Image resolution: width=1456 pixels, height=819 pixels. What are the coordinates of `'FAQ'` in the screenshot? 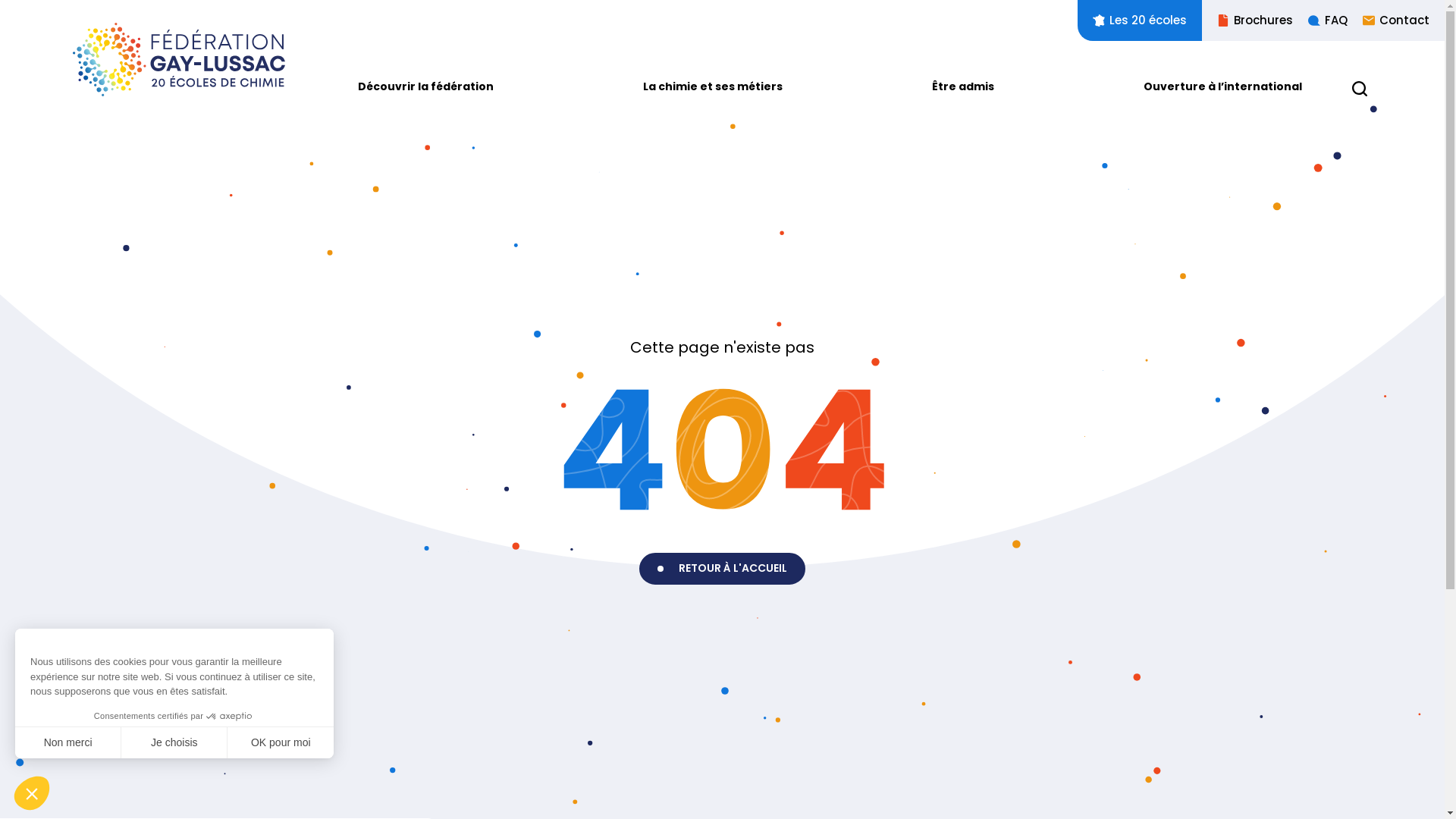 It's located at (1319, 20).